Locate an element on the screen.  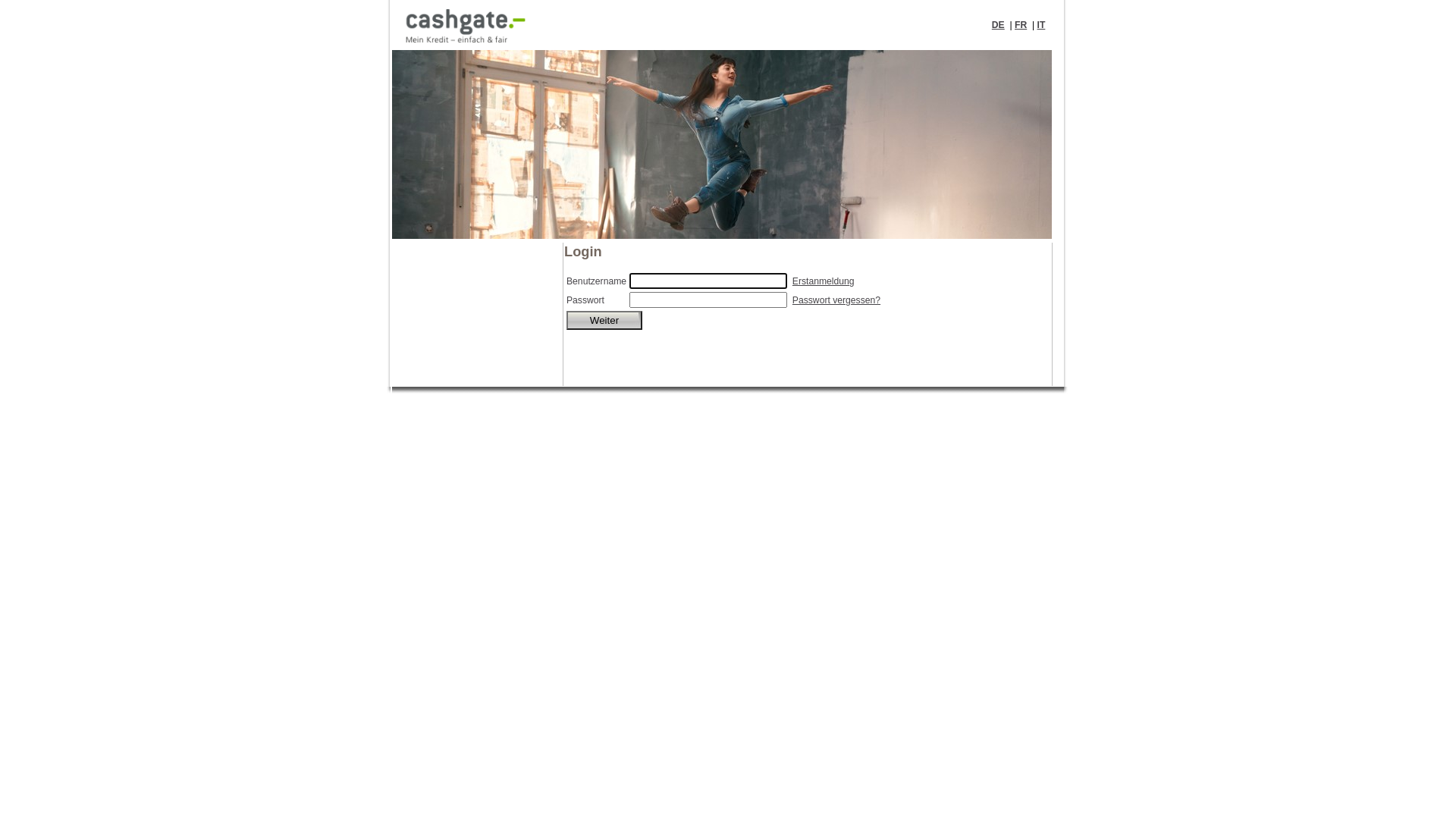
'IT' is located at coordinates (1040, 25).